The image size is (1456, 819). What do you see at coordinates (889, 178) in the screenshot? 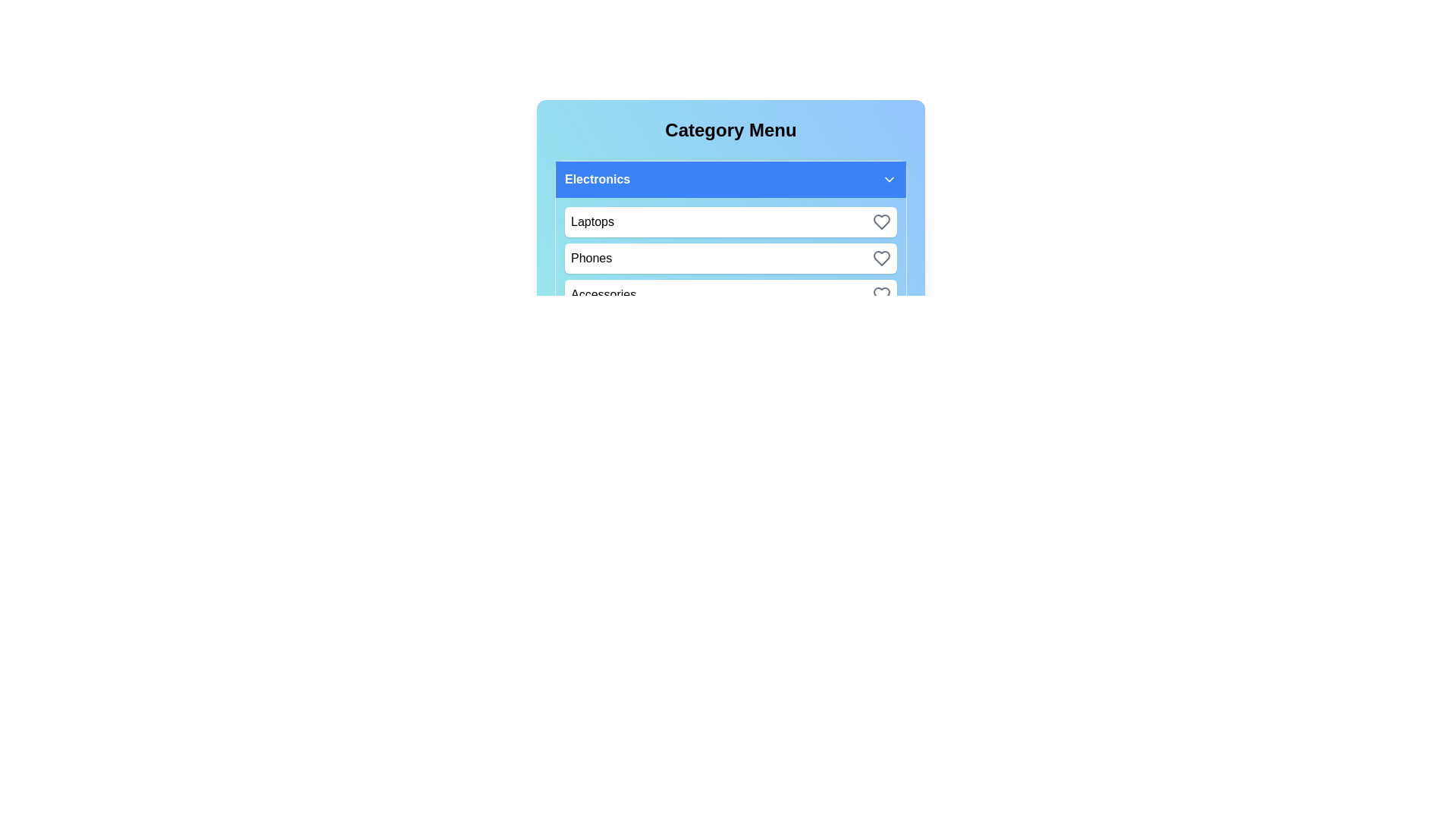
I see `the chevron-down icon on the right side of the 'Electronics' category` at bounding box center [889, 178].